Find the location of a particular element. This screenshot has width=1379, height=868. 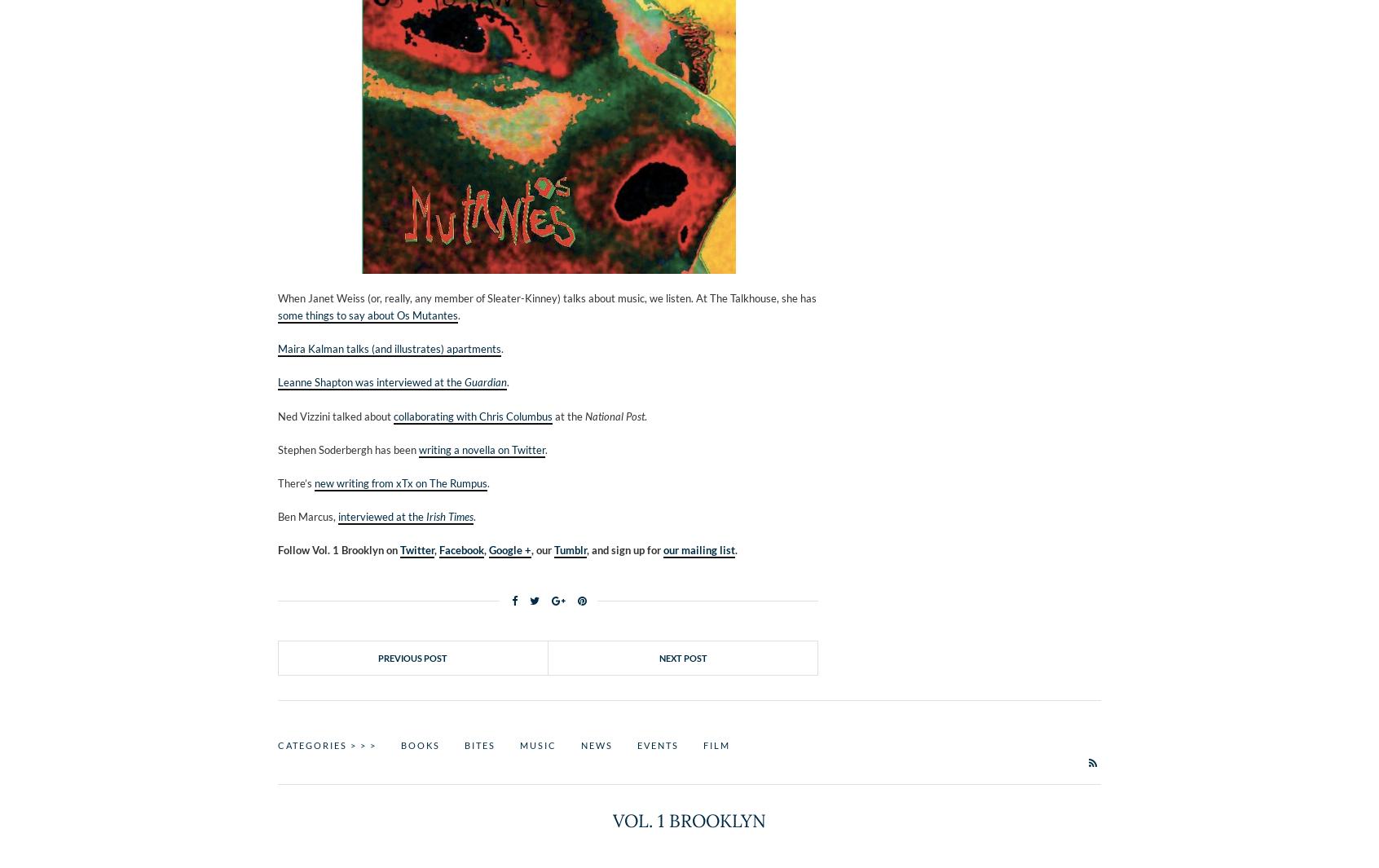

'Leanne Shapton was interviewed at the' is located at coordinates (370, 381).